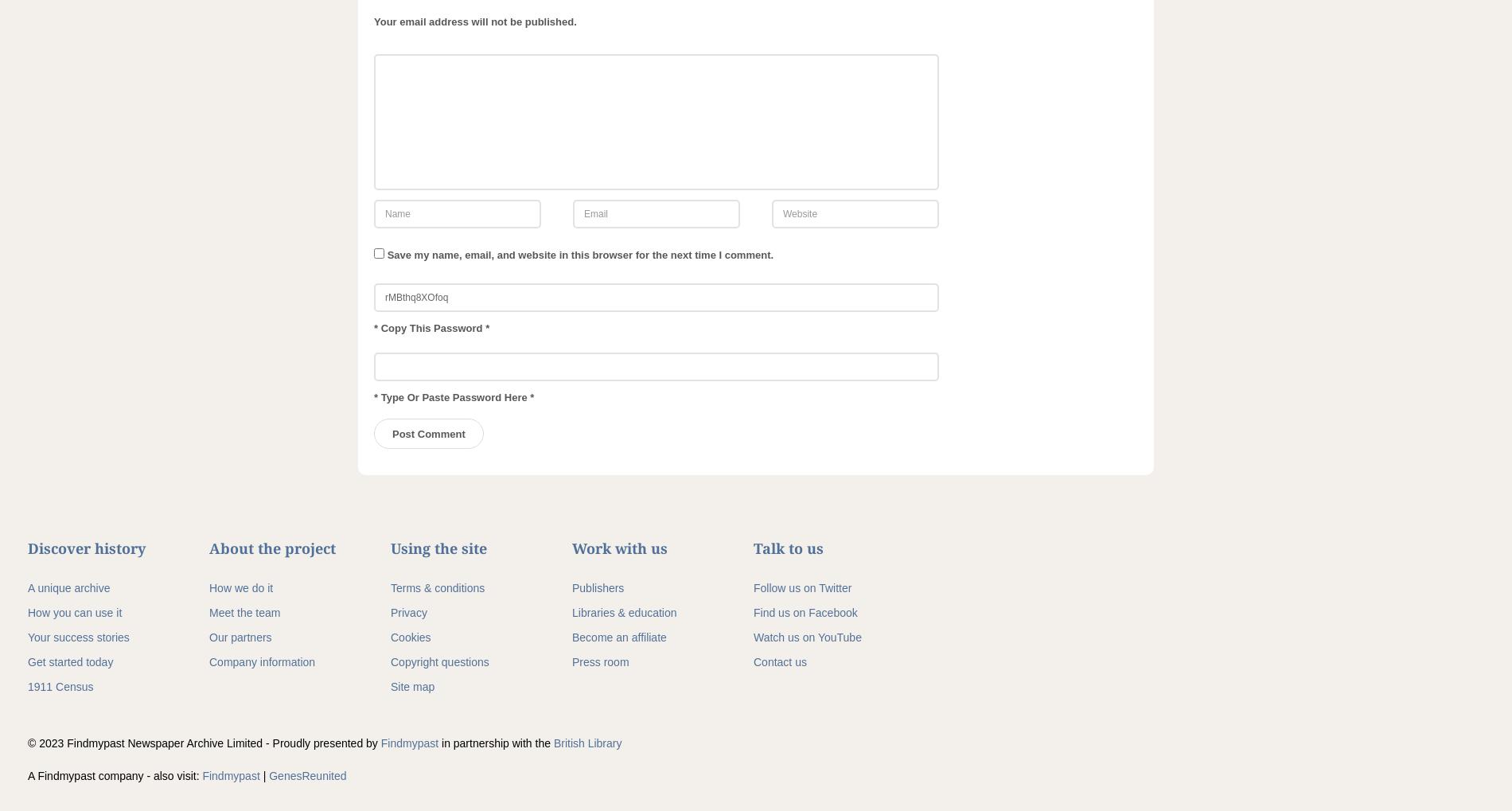 The width and height of the screenshot is (1512, 811). I want to click on 'Site map', so click(390, 684).